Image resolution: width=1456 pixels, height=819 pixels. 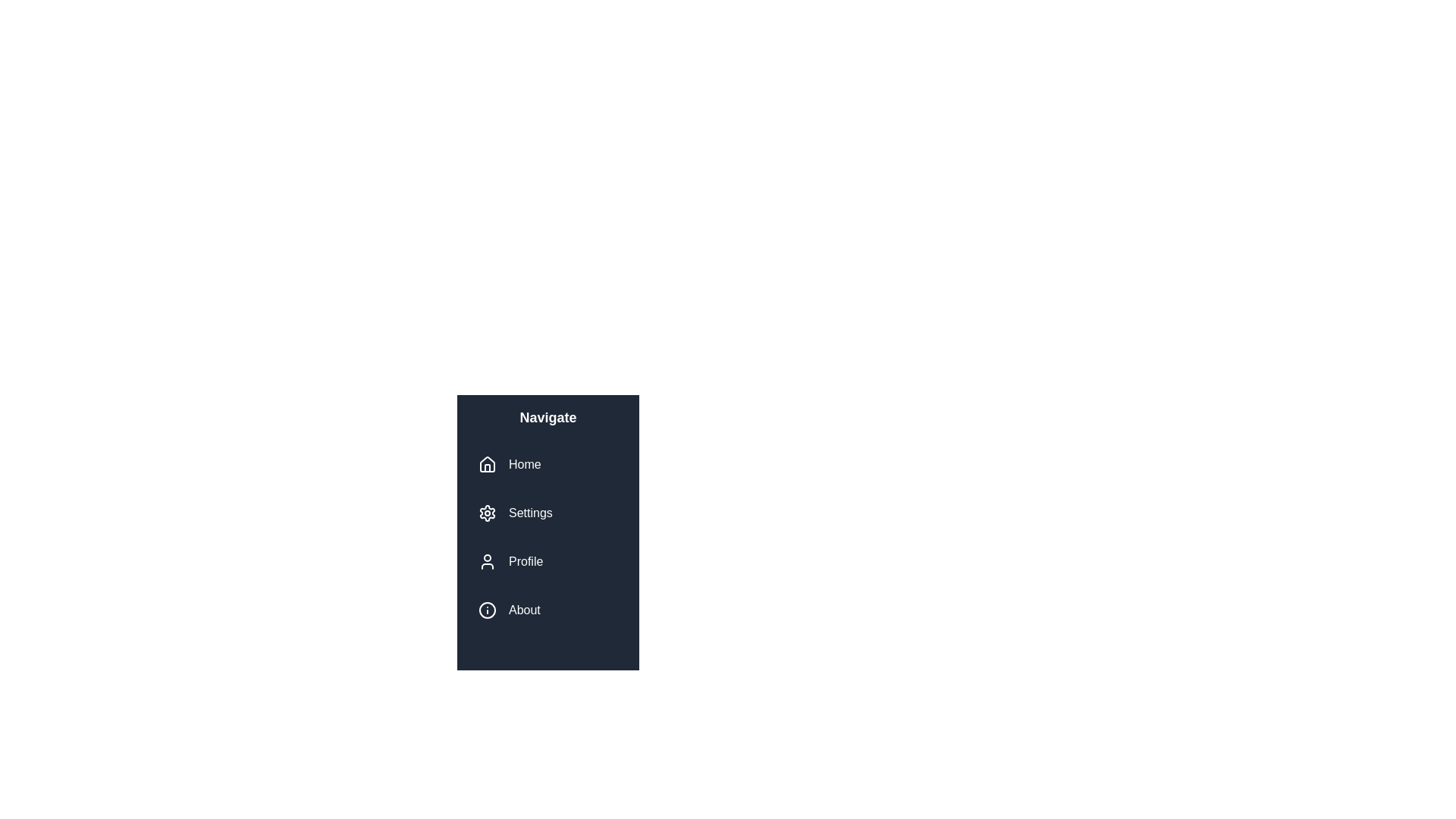 I want to click on the cogwheel icon representing settings in the navigation menu, located in the second position from the top, so click(x=488, y=513).